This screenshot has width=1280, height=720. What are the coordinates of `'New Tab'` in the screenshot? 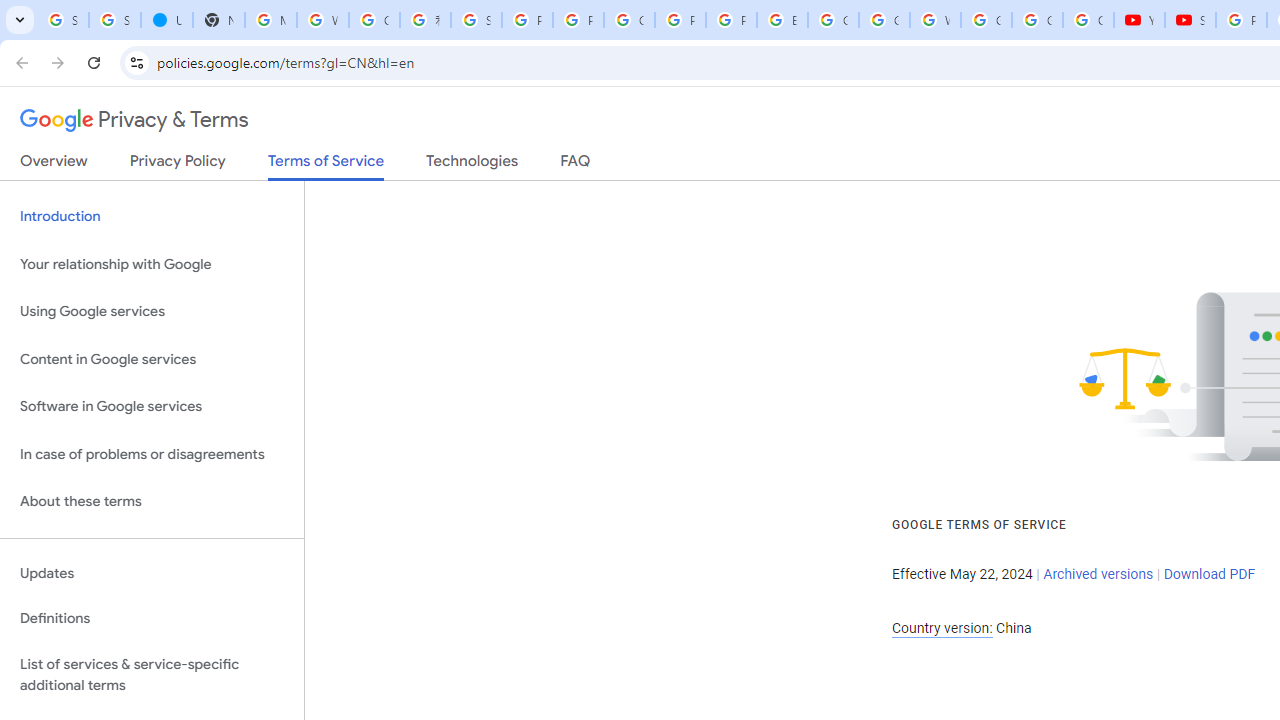 It's located at (218, 20).